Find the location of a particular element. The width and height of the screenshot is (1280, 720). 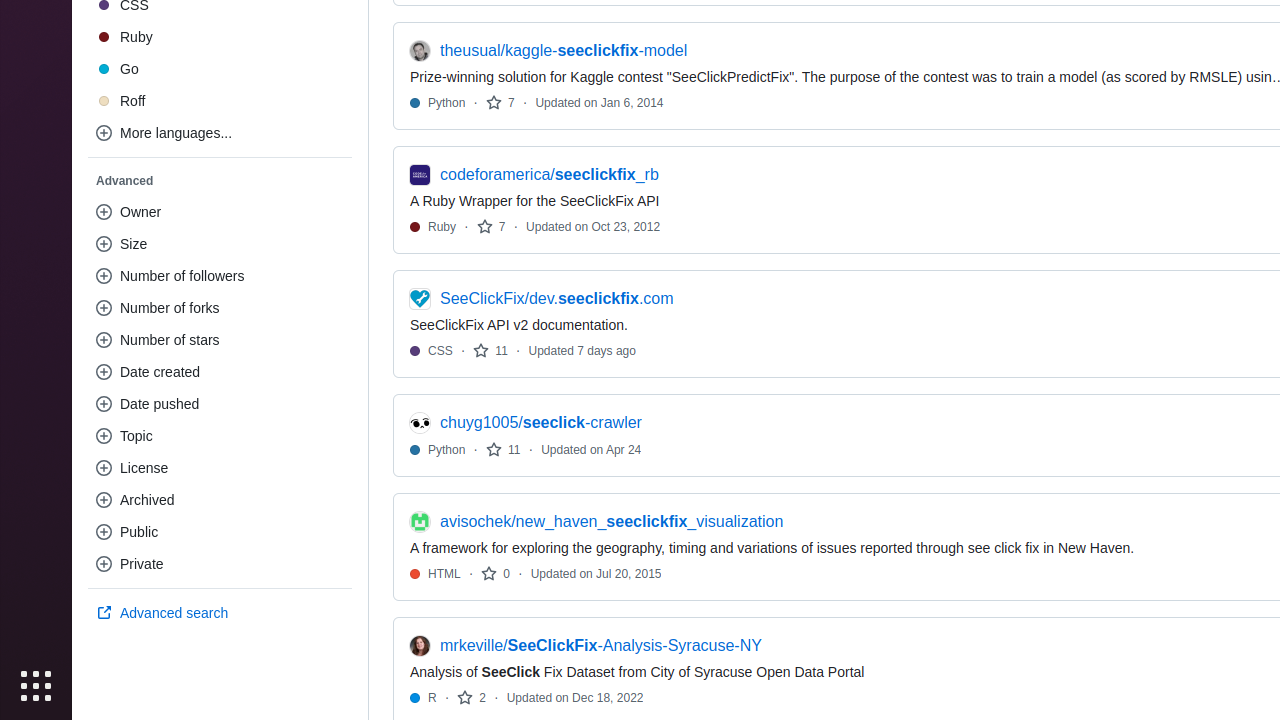

'0 stars' is located at coordinates (496, 573).